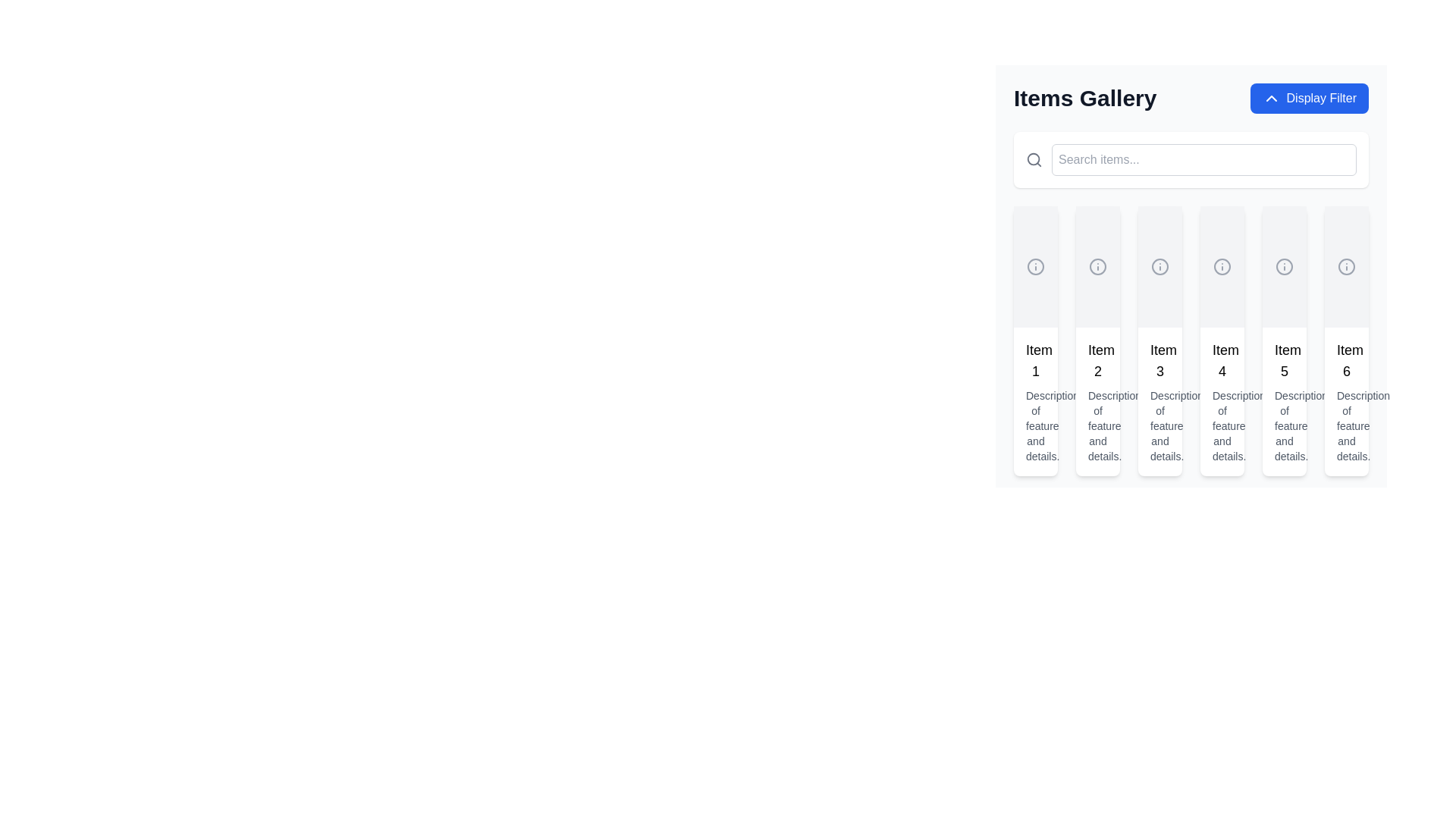 This screenshot has width=1456, height=819. Describe the element at coordinates (1284, 426) in the screenshot. I see `the gray-colored text label reading 'Description of feature and details.' located below the heading 'Item 5' within the card layout` at that location.